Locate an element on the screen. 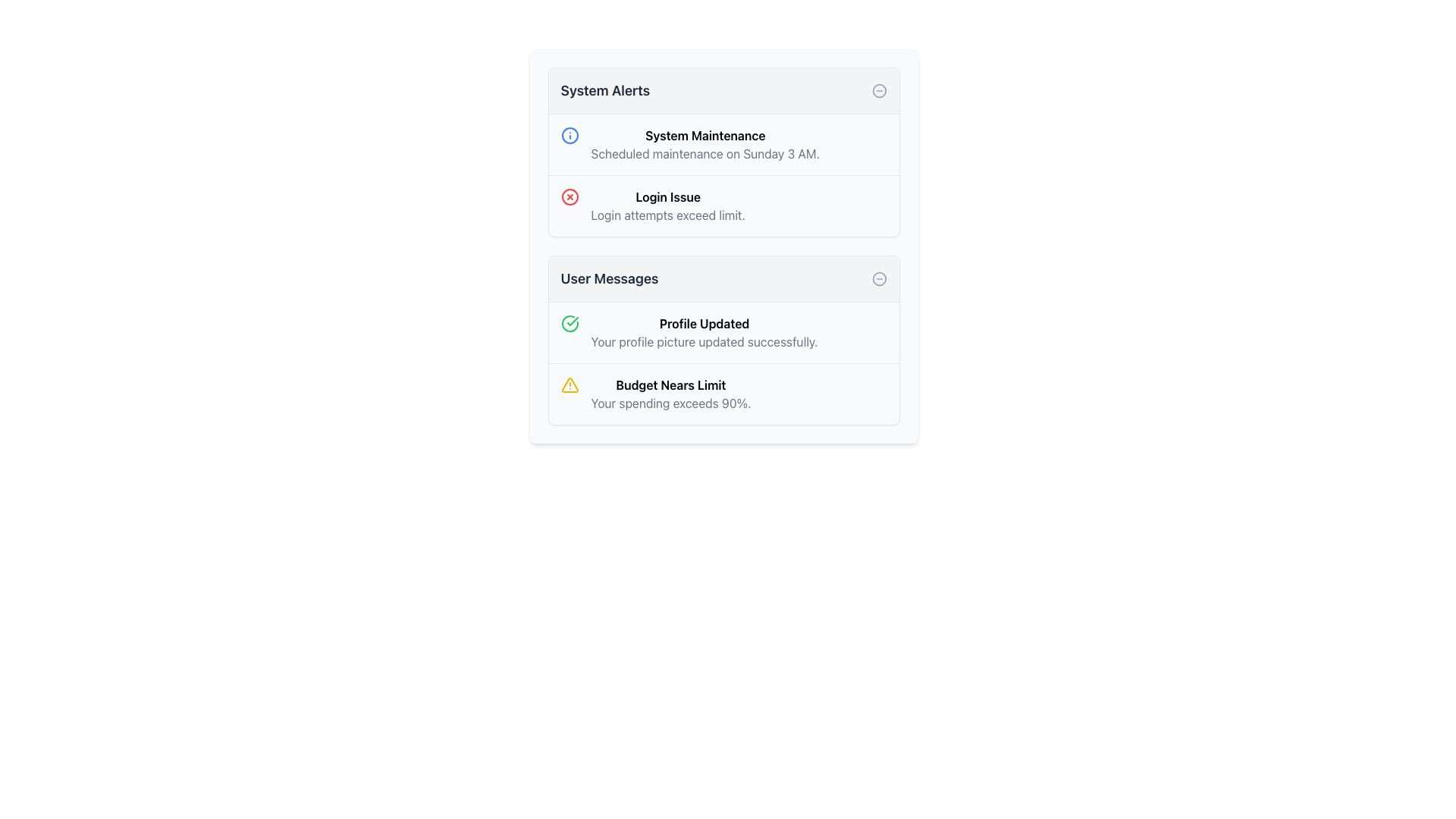 The height and width of the screenshot is (819, 1456). message from the notification item titled 'Budget Nears Limit' with the description 'Your spending exceeds 90%.' is located at coordinates (723, 393).